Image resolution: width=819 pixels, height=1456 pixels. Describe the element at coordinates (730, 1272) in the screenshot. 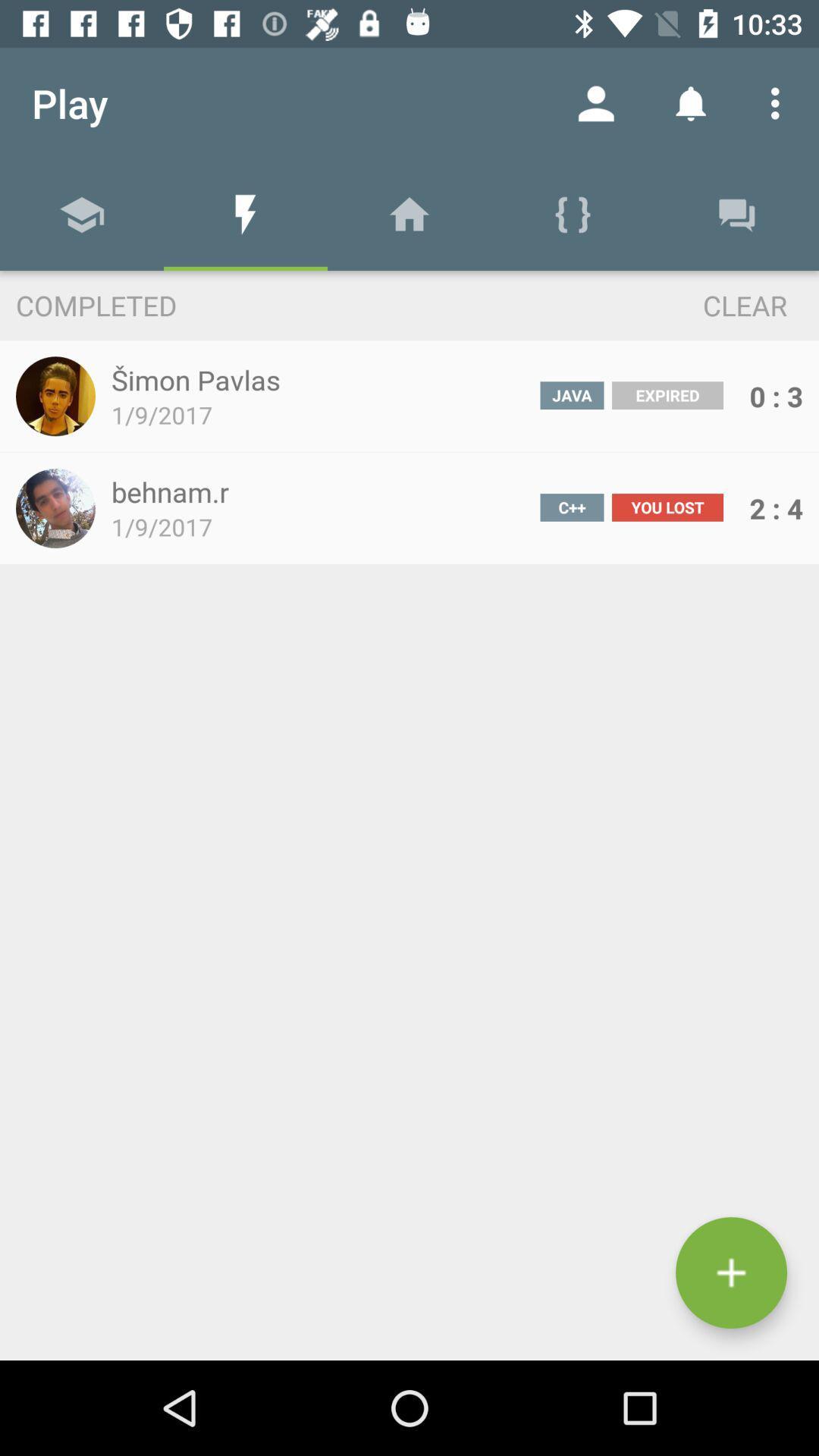

I see `a line of new codes` at that location.